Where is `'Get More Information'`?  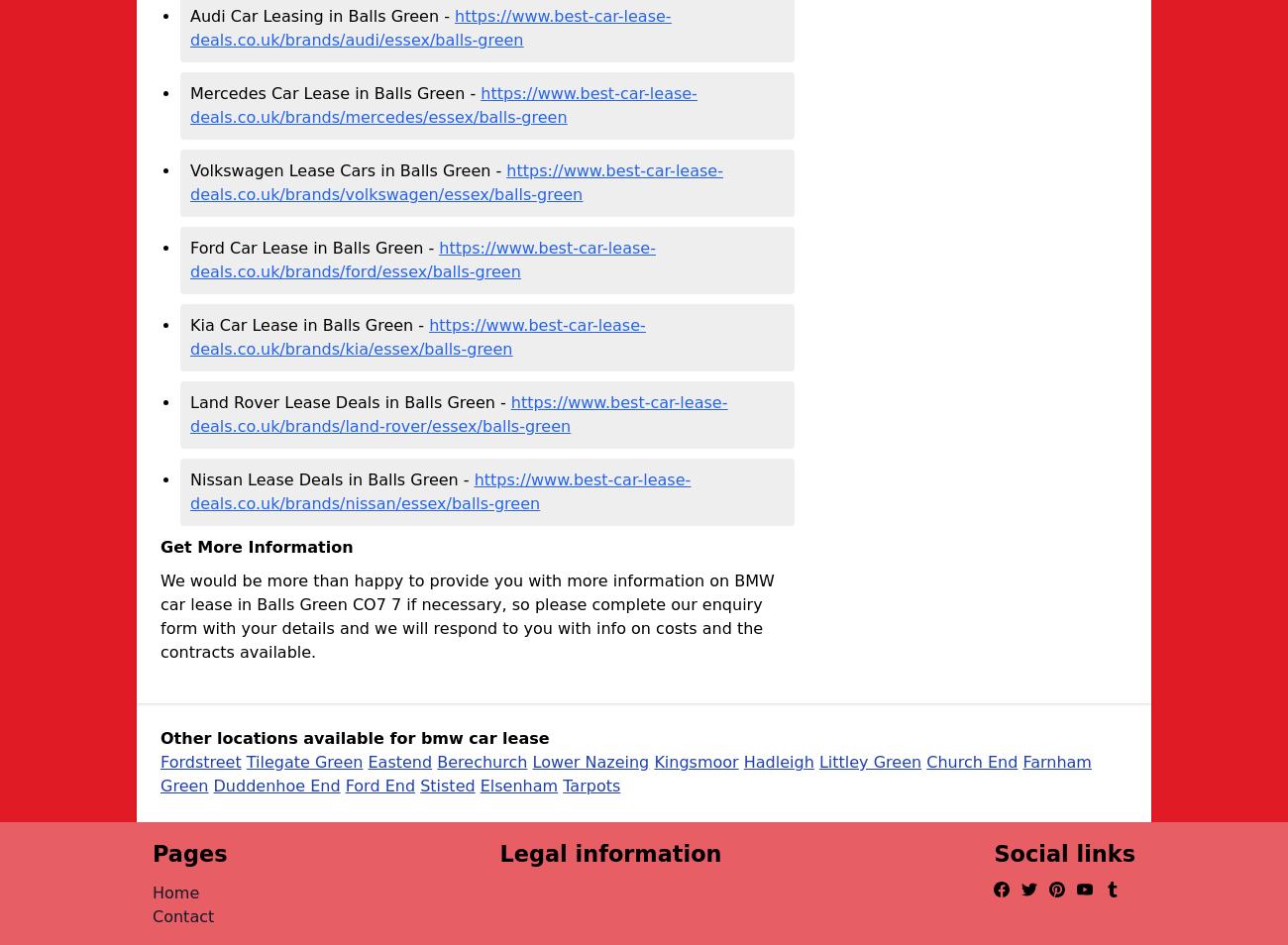
'Get More Information' is located at coordinates (255, 546).